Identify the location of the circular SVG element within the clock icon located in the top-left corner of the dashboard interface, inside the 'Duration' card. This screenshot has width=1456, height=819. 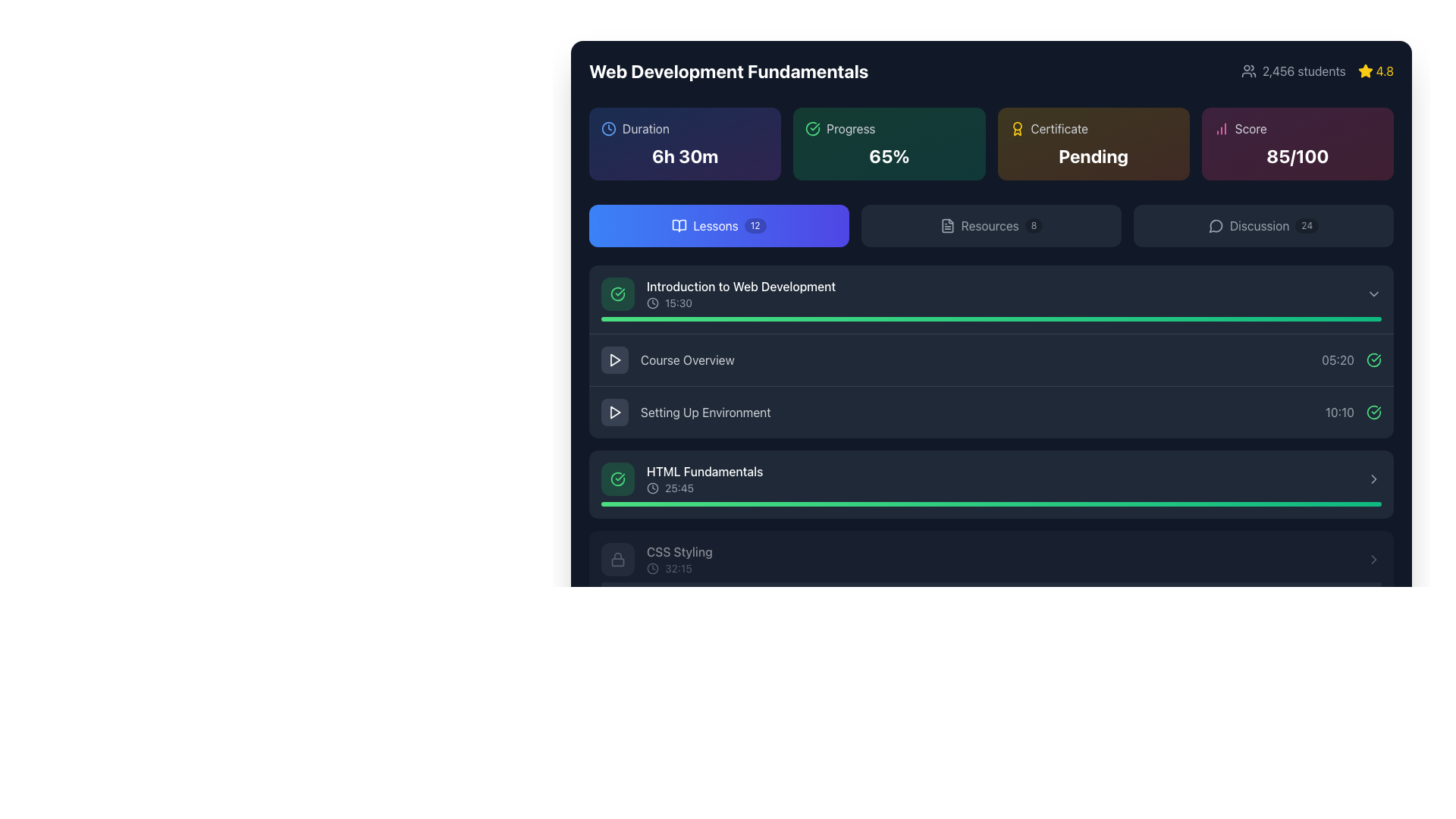
(608, 127).